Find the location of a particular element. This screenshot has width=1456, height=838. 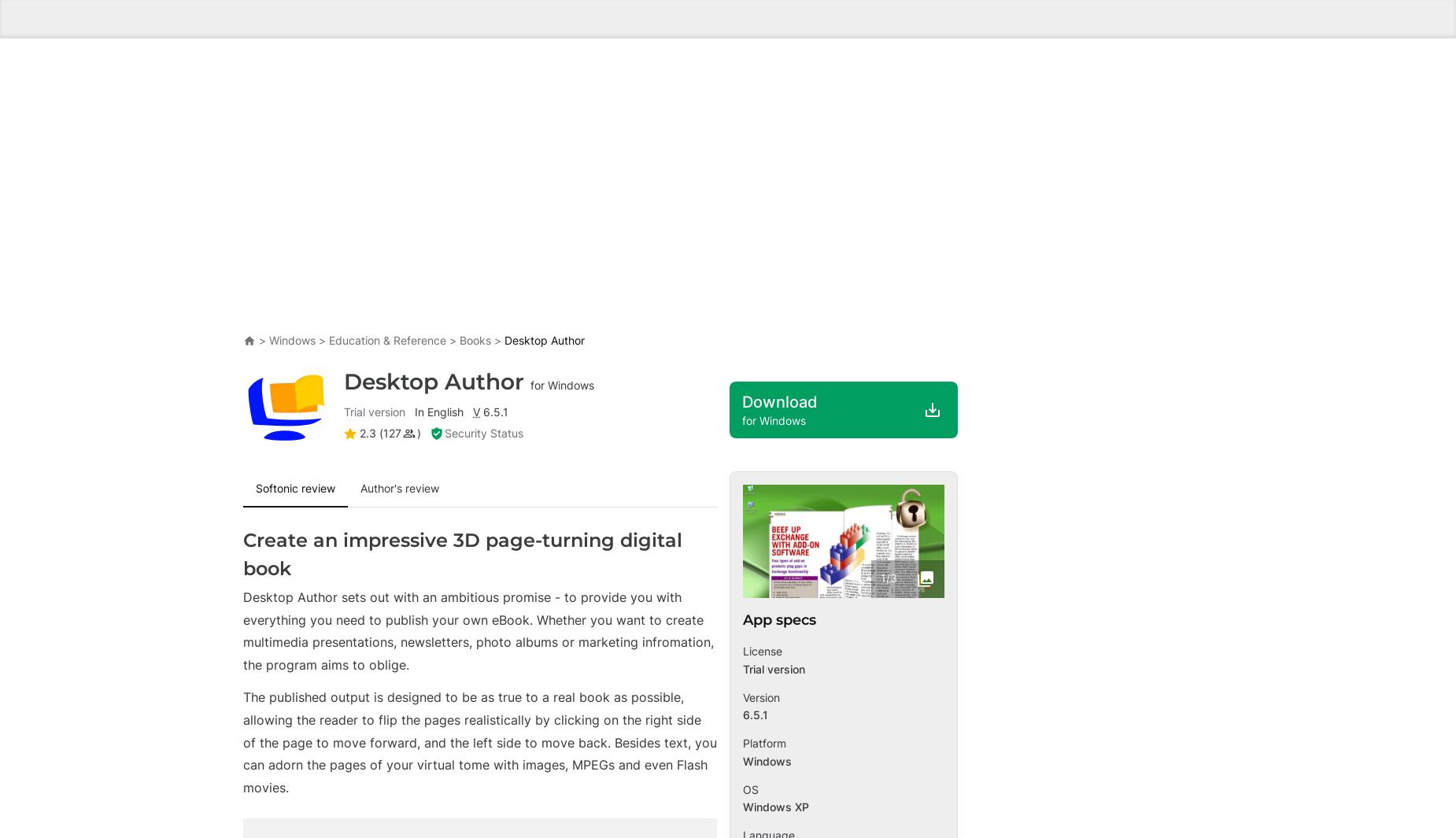

'ClinicalKey Student Bookshelf - Read Your Books Offline' is located at coordinates (317, 74).